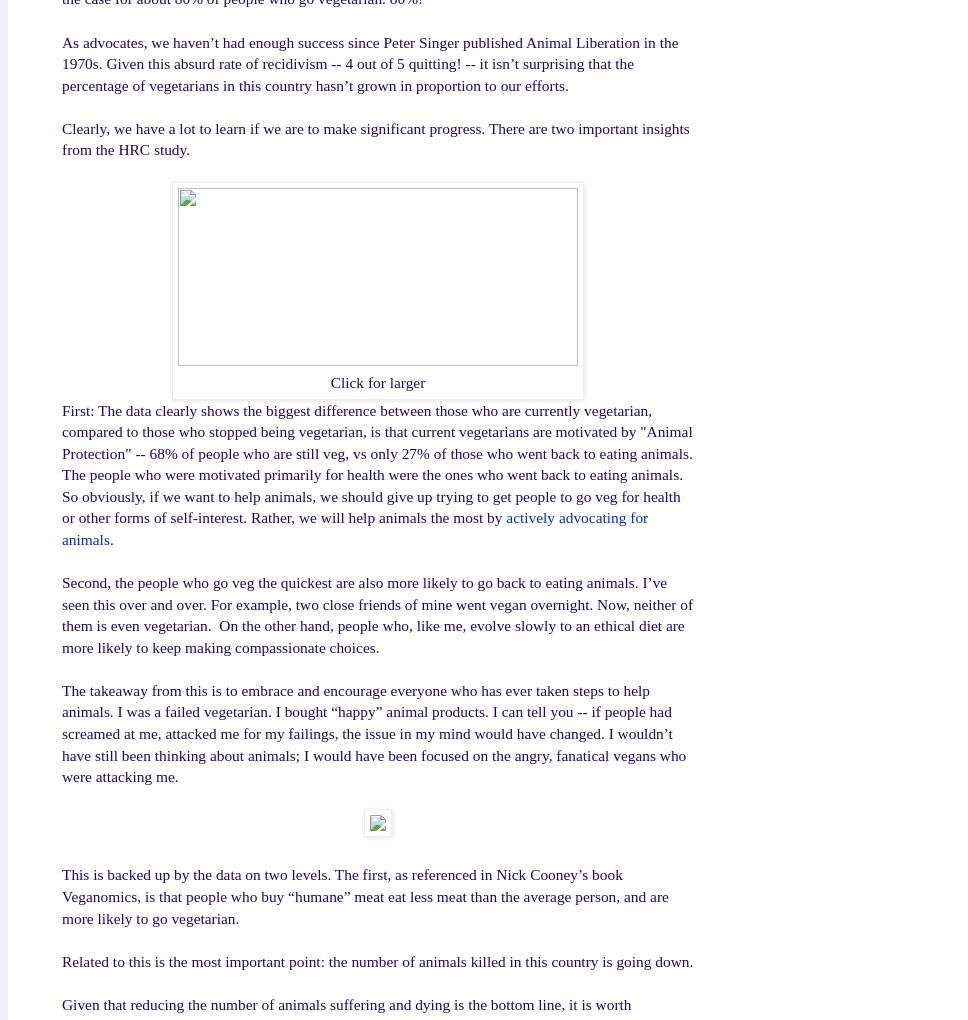 Image resolution: width=968 pixels, height=1020 pixels. I want to click on 'The takeaway from this is to embrace and encourage everyone who has ever taken steps to help animals. I was a failed vegetarian. I bought “happy” animal products. I can tell you -- if people had screamed at me, attacked me for my failings, the issue in my mind would have changed. I wouldn’t have still been thinking about animals; I would have been focused on the angry, fanatical vegans who were attacking me.', so click(373, 732).